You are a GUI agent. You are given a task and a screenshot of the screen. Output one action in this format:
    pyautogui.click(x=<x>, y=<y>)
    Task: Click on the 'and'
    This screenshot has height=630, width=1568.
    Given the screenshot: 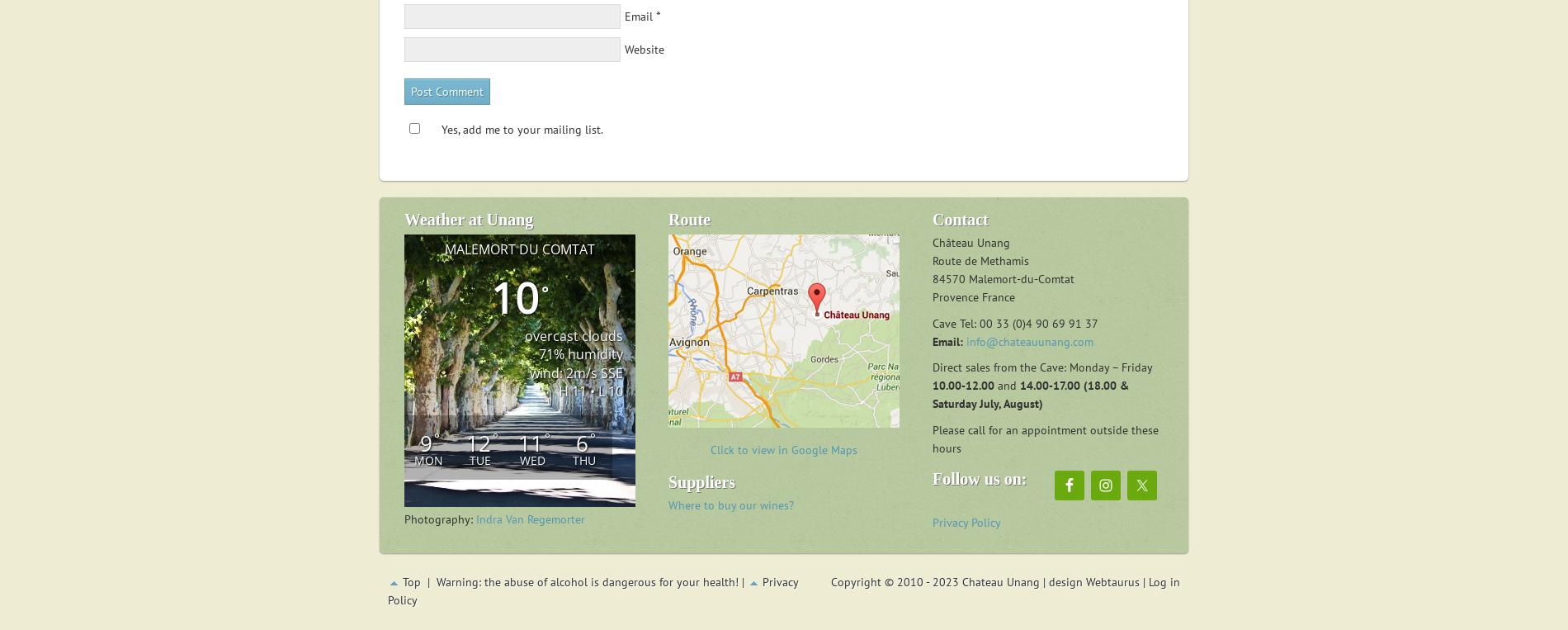 What is the action you would take?
    pyautogui.click(x=993, y=385)
    